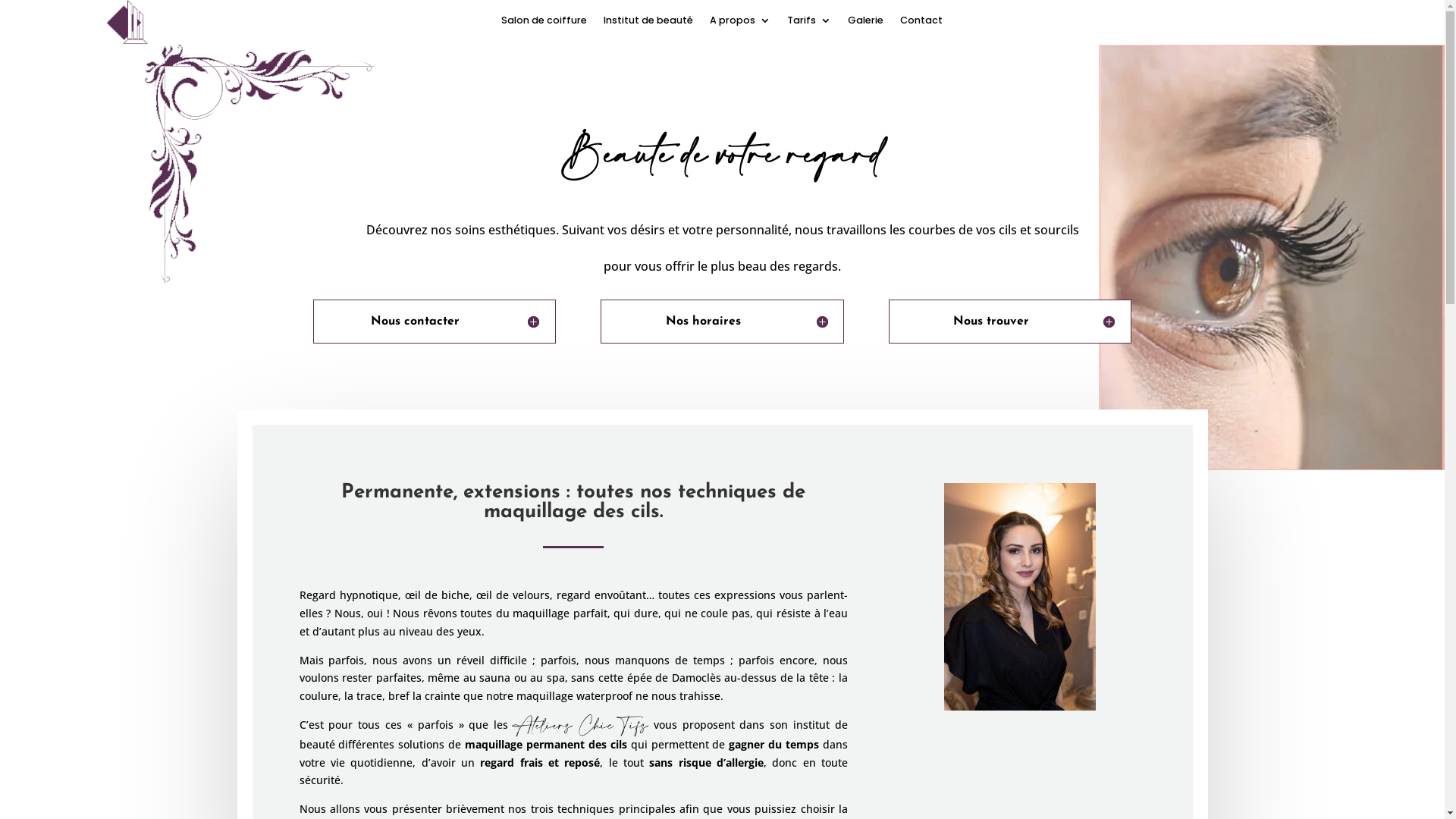  What do you see at coordinates (865, 23) in the screenshot?
I see `'Galerie'` at bounding box center [865, 23].